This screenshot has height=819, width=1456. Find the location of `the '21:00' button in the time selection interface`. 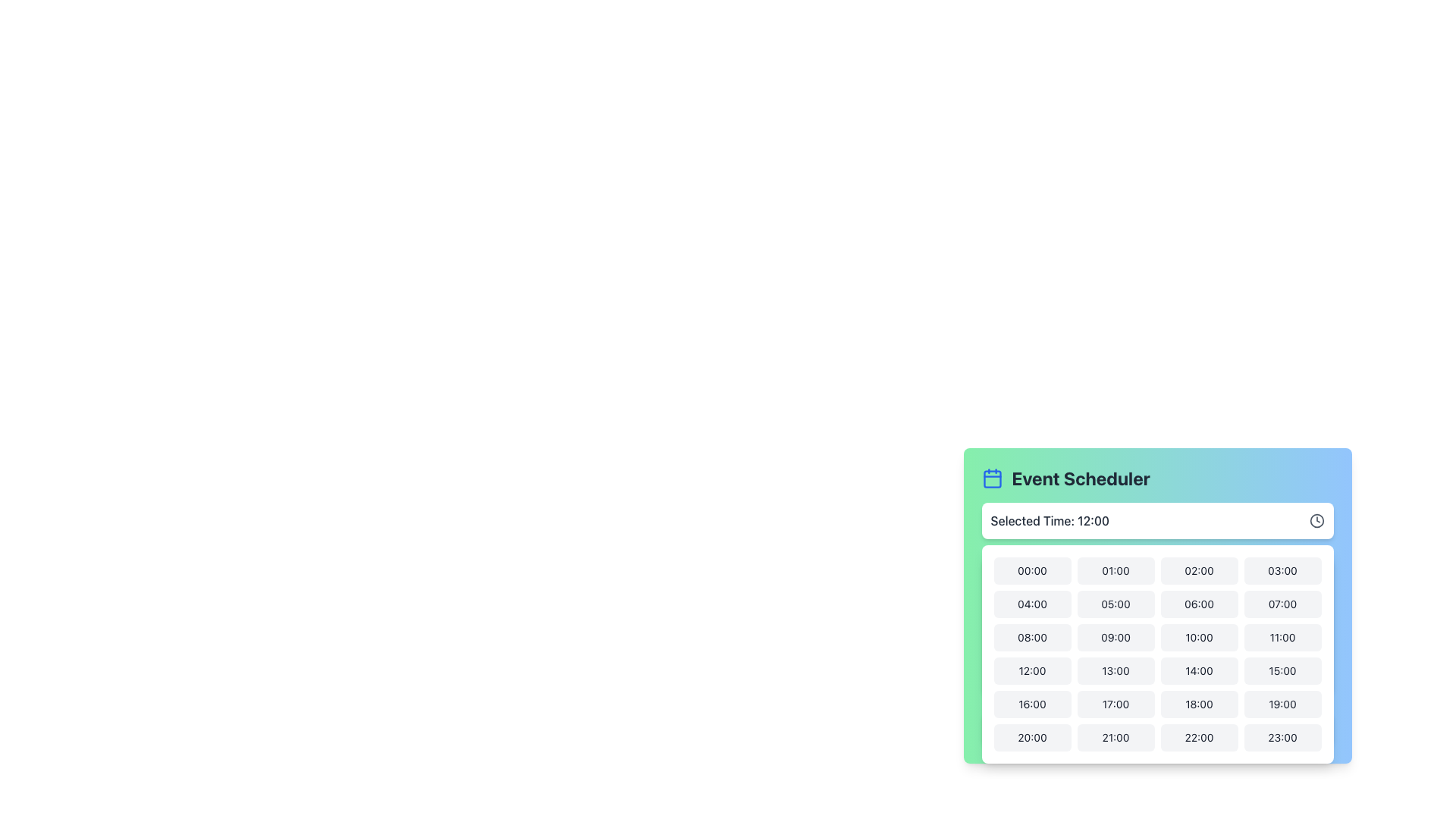

the '21:00' button in the time selection interface is located at coordinates (1116, 736).